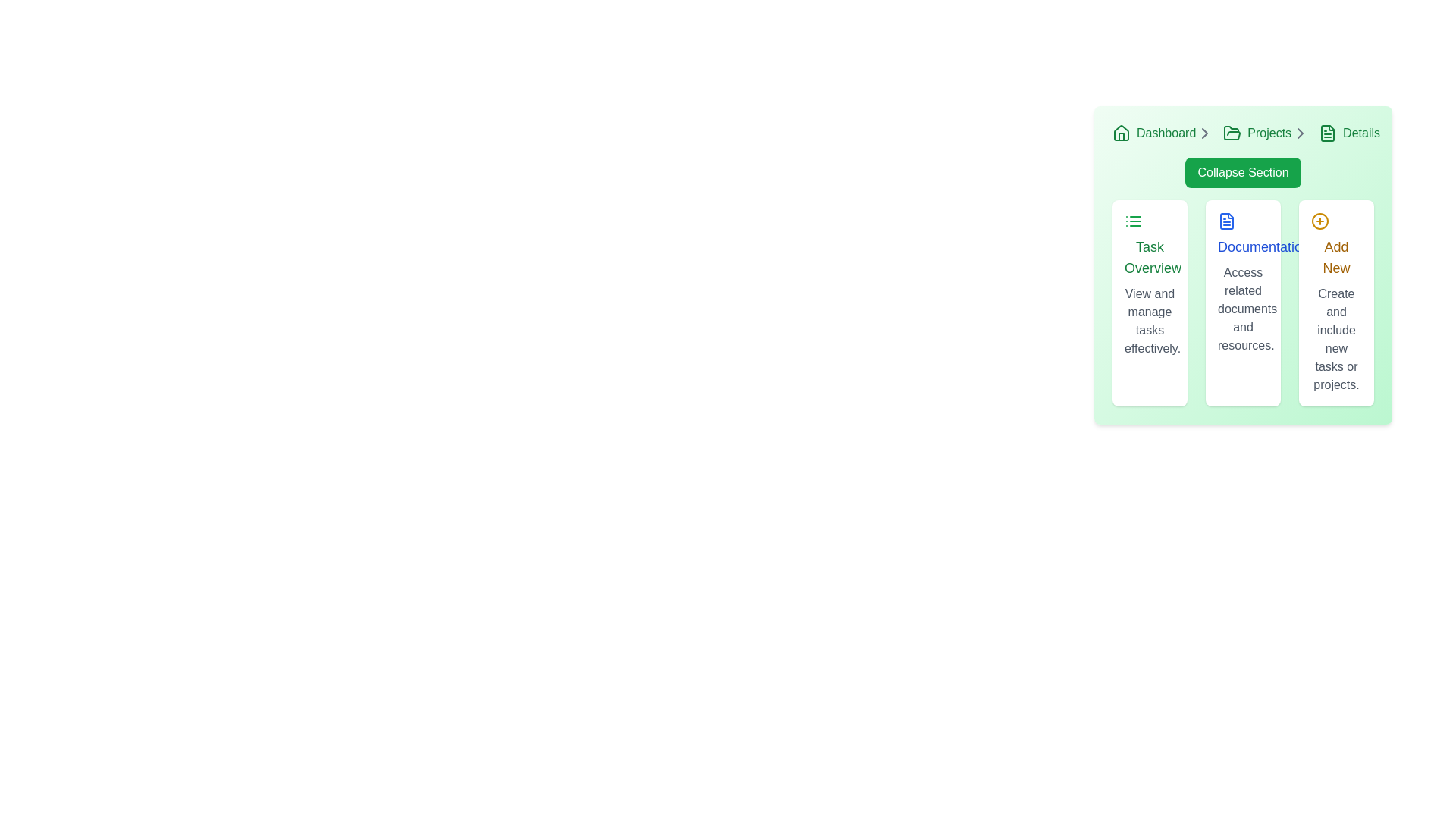  I want to click on the collapse button located at the top of the section containing contextual information about tasks and projects to hide the detailed contents and simplify the interface, so click(1243, 171).